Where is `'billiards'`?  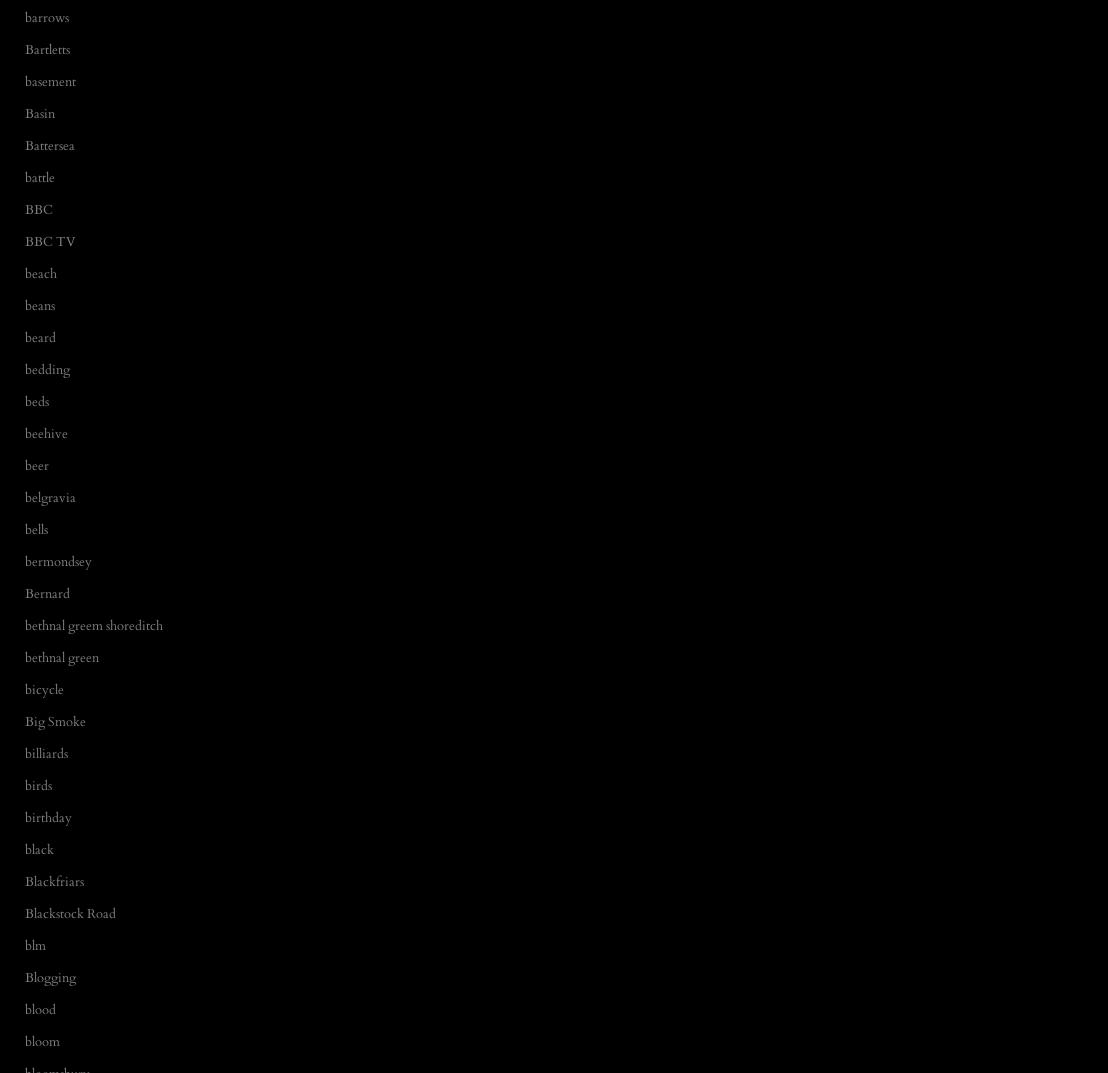
'billiards' is located at coordinates (46, 752).